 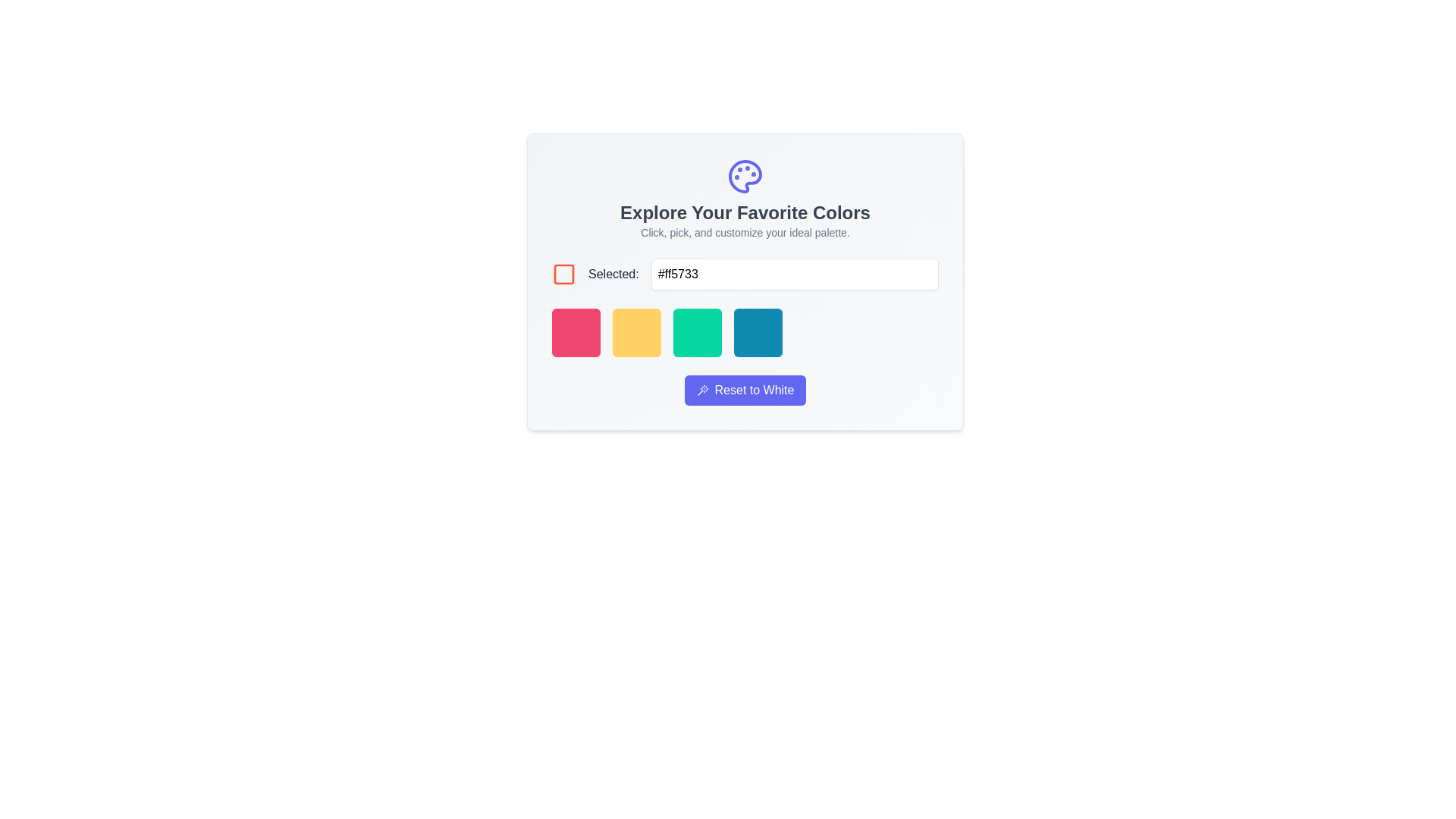 I want to click on properties of the square icon with an orange stroke outline located to the left of the label 'Selected:', so click(x=563, y=275).